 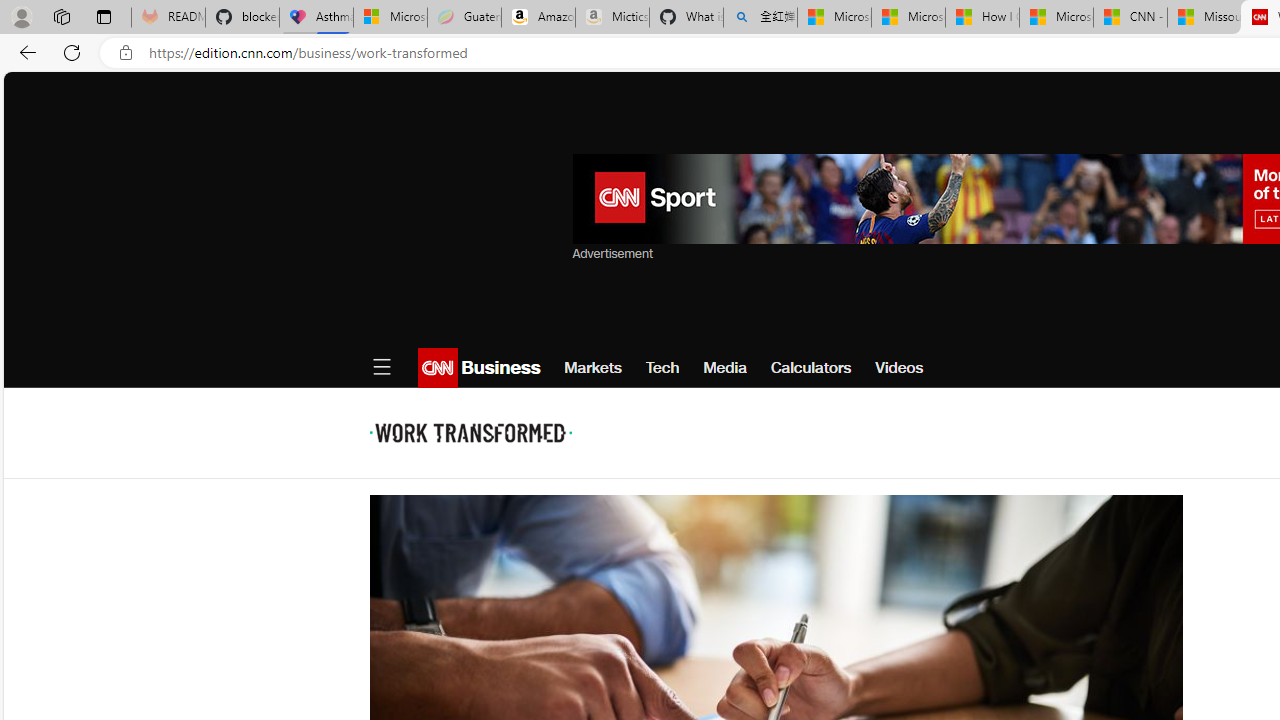 I want to click on 'CNN - MSN', so click(x=1130, y=17).